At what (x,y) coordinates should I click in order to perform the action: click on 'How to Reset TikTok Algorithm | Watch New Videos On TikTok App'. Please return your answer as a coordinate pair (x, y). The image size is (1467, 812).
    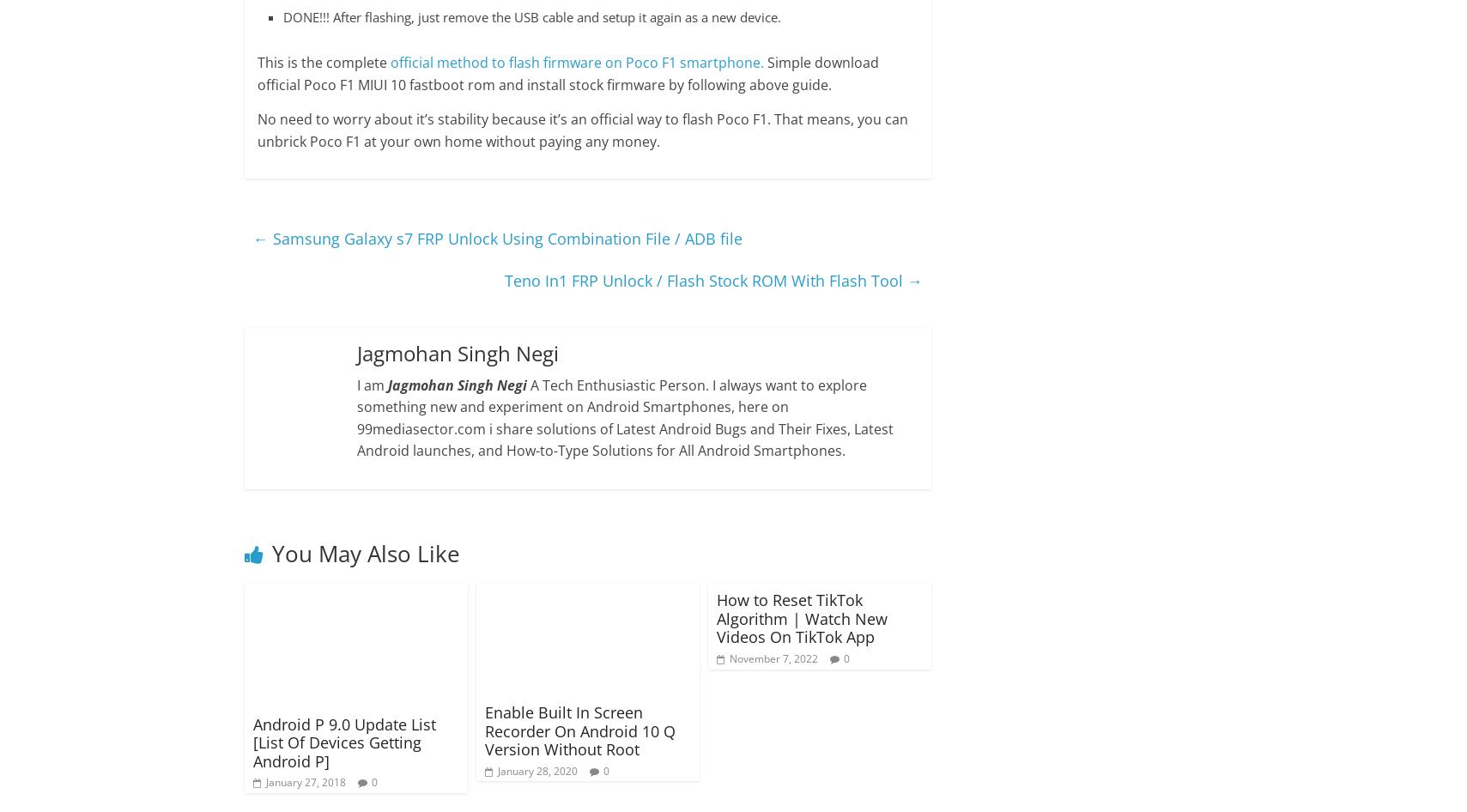
    Looking at the image, I should click on (801, 617).